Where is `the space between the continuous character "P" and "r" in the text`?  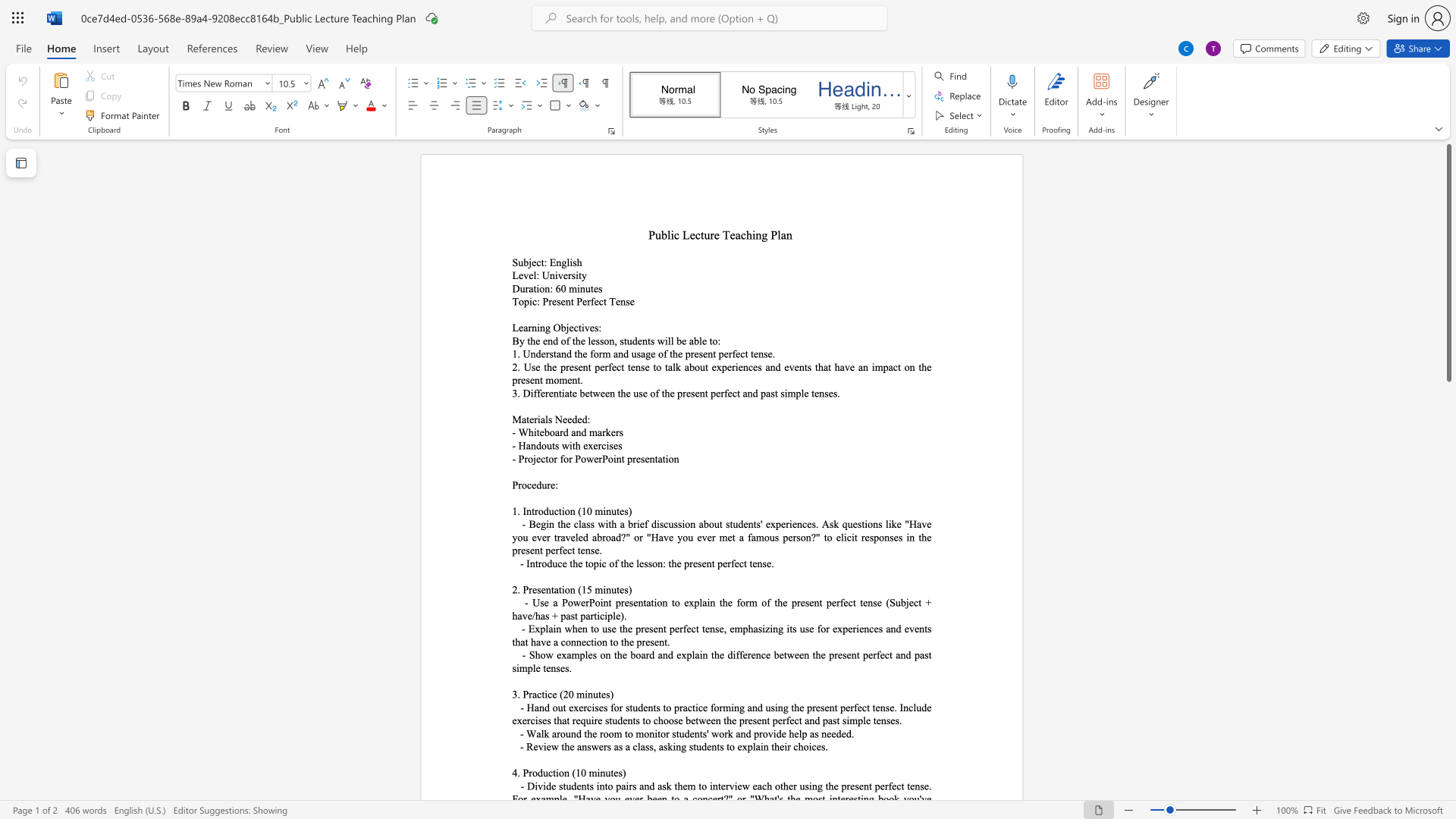 the space between the continuous character "P" and "r" in the text is located at coordinates (528, 588).